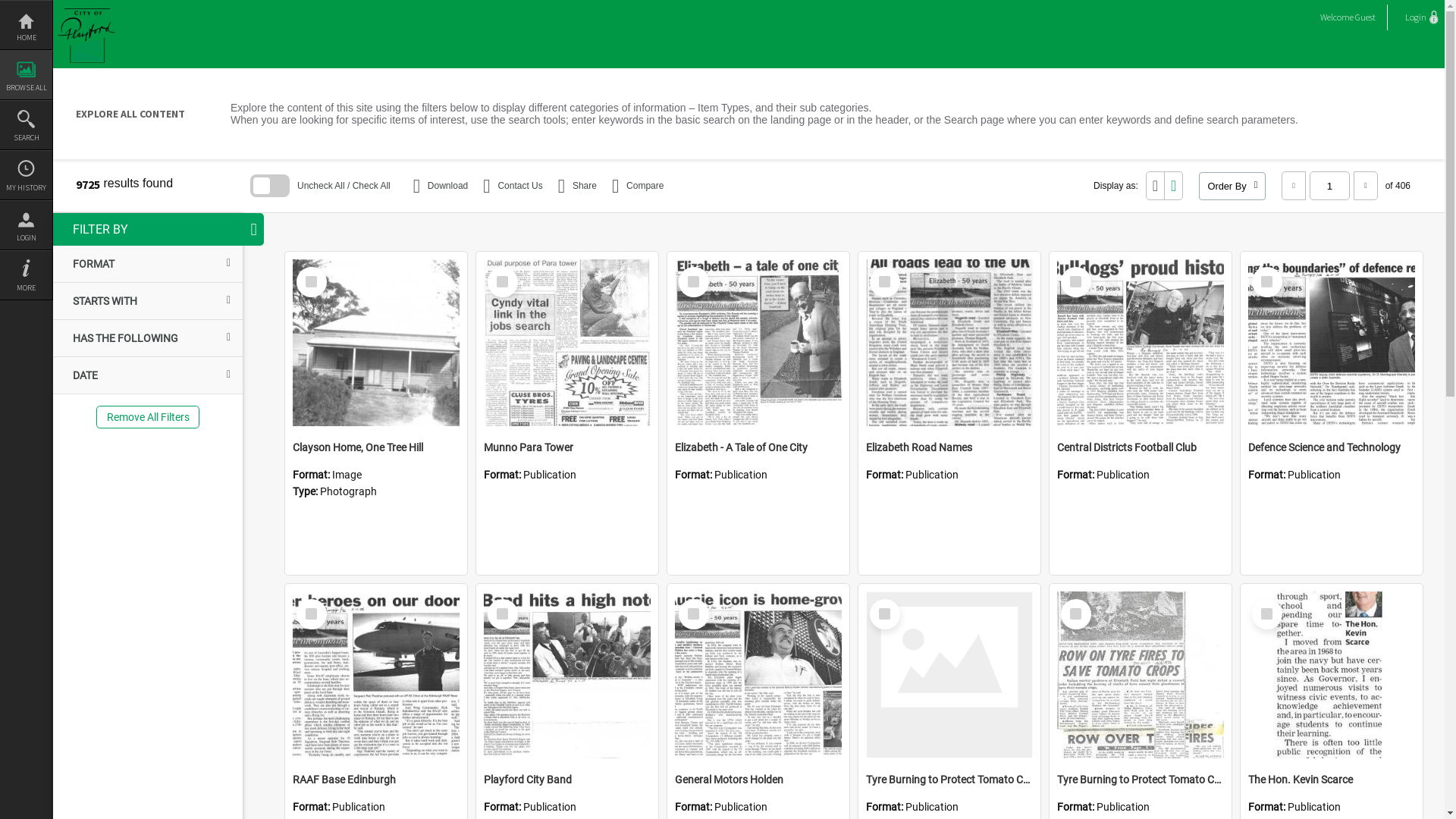 This screenshot has width=1456, height=819. What do you see at coordinates (758, 780) in the screenshot?
I see `'General Motors Holden'` at bounding box center [758, 780].